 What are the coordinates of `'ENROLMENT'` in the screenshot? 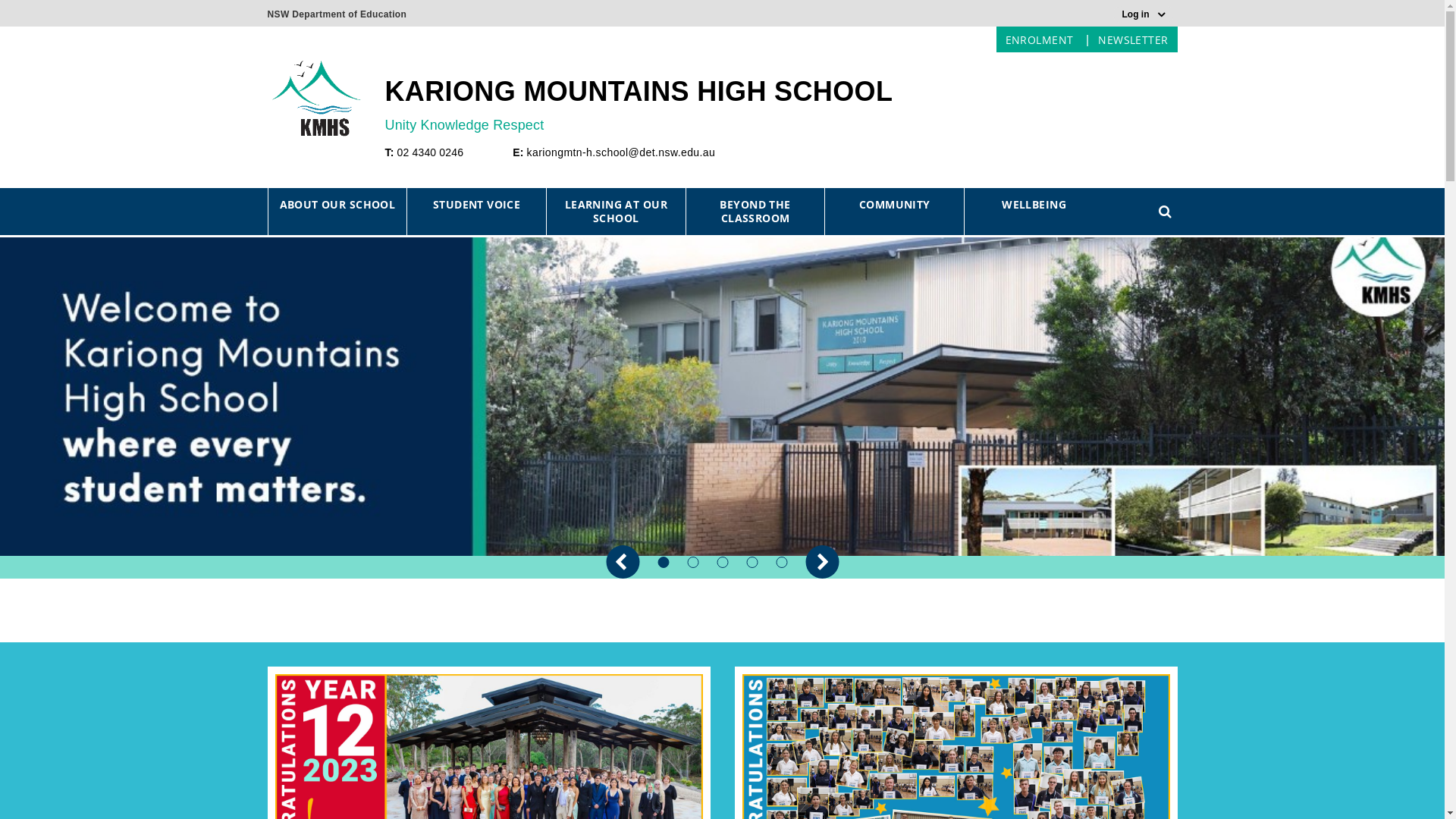 It's located at (1039, 39).